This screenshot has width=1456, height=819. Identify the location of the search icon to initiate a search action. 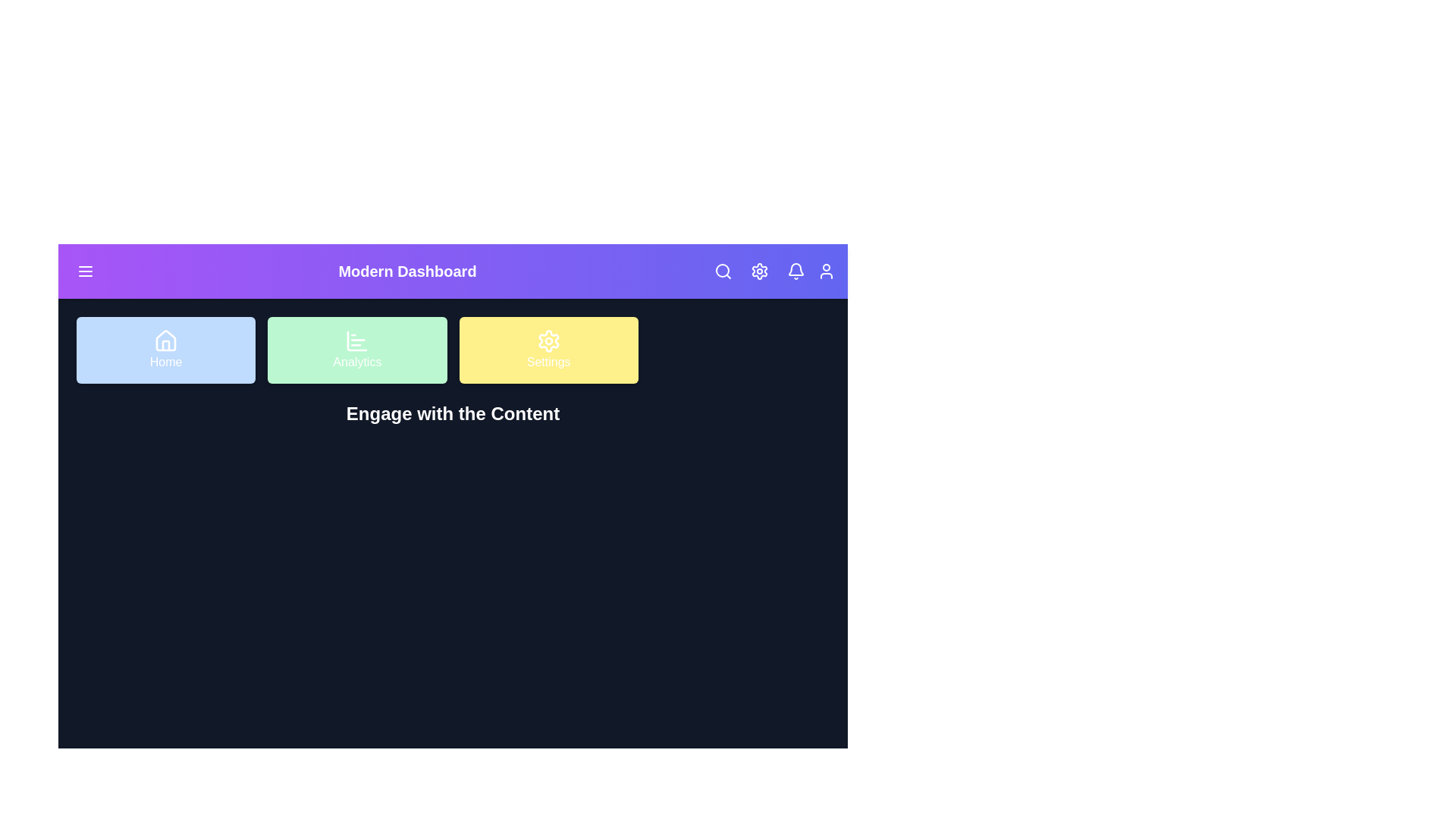
(723, 271).